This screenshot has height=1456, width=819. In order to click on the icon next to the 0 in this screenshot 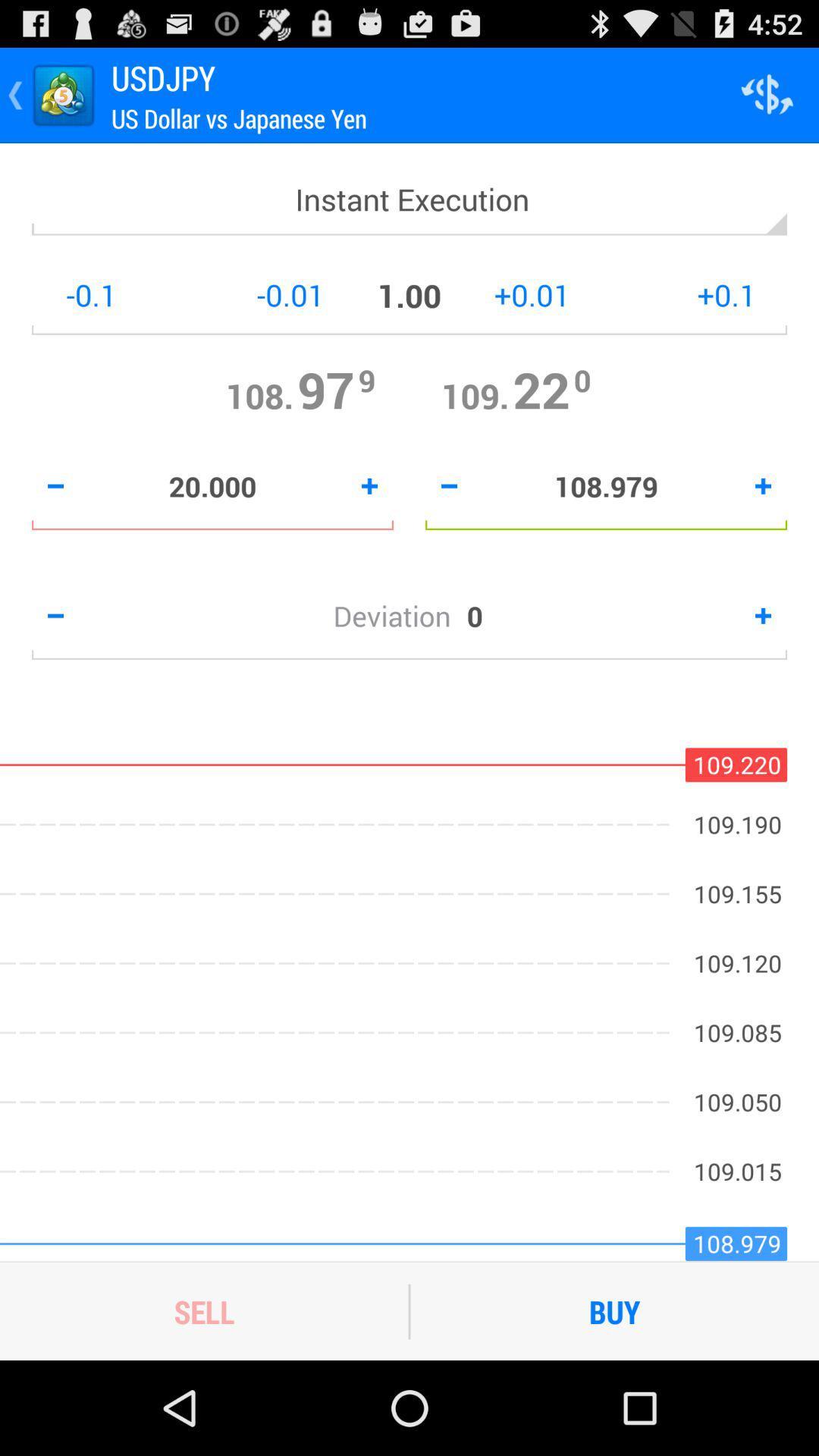, I will do `click(399, 616)`.